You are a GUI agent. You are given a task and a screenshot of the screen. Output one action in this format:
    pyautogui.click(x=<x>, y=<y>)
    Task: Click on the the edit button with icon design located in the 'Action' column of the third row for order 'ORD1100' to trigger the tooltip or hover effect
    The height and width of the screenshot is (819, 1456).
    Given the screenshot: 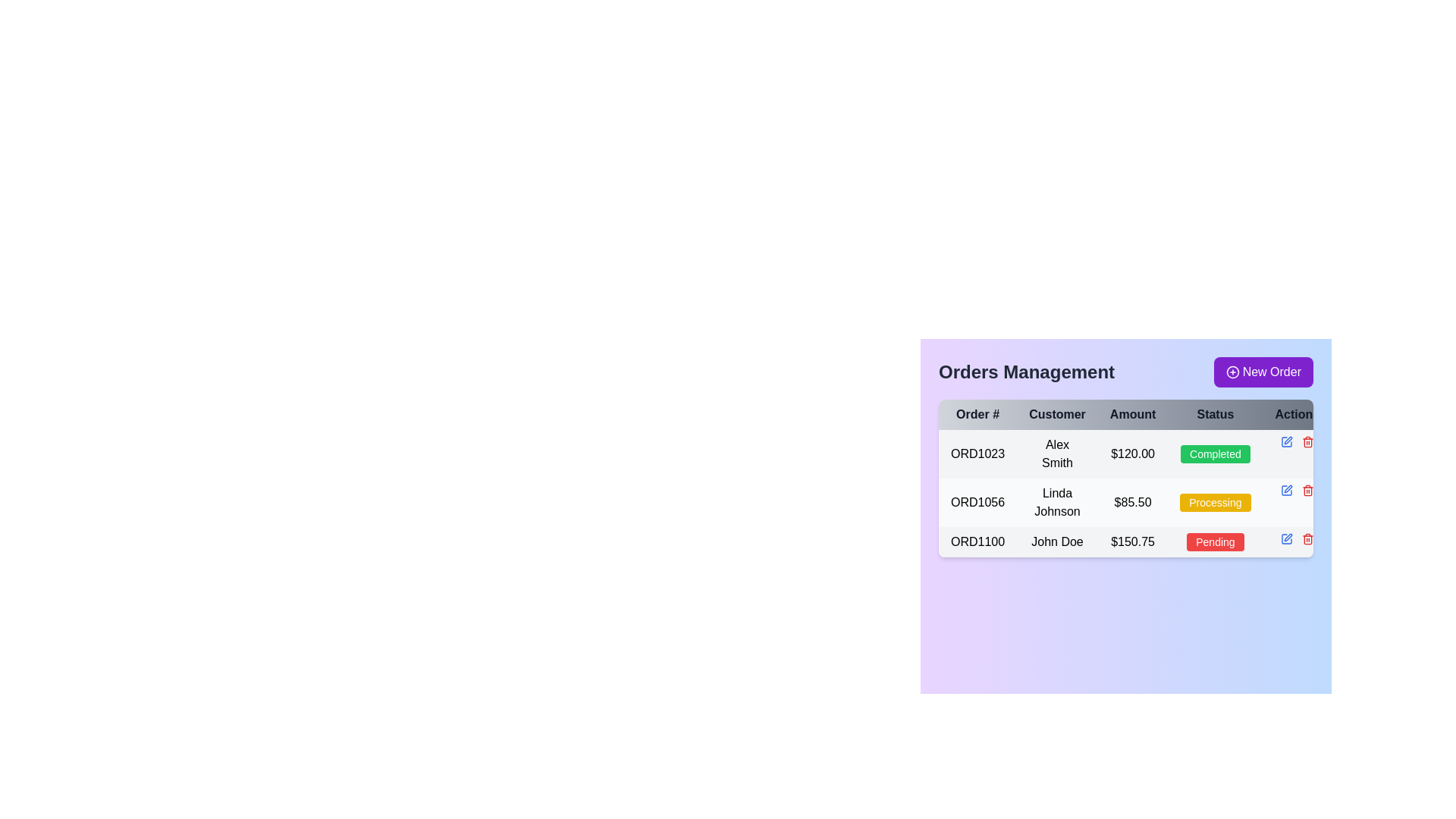 What is the action you would take?
    pyautogui.click(x=1287, y=537)
    